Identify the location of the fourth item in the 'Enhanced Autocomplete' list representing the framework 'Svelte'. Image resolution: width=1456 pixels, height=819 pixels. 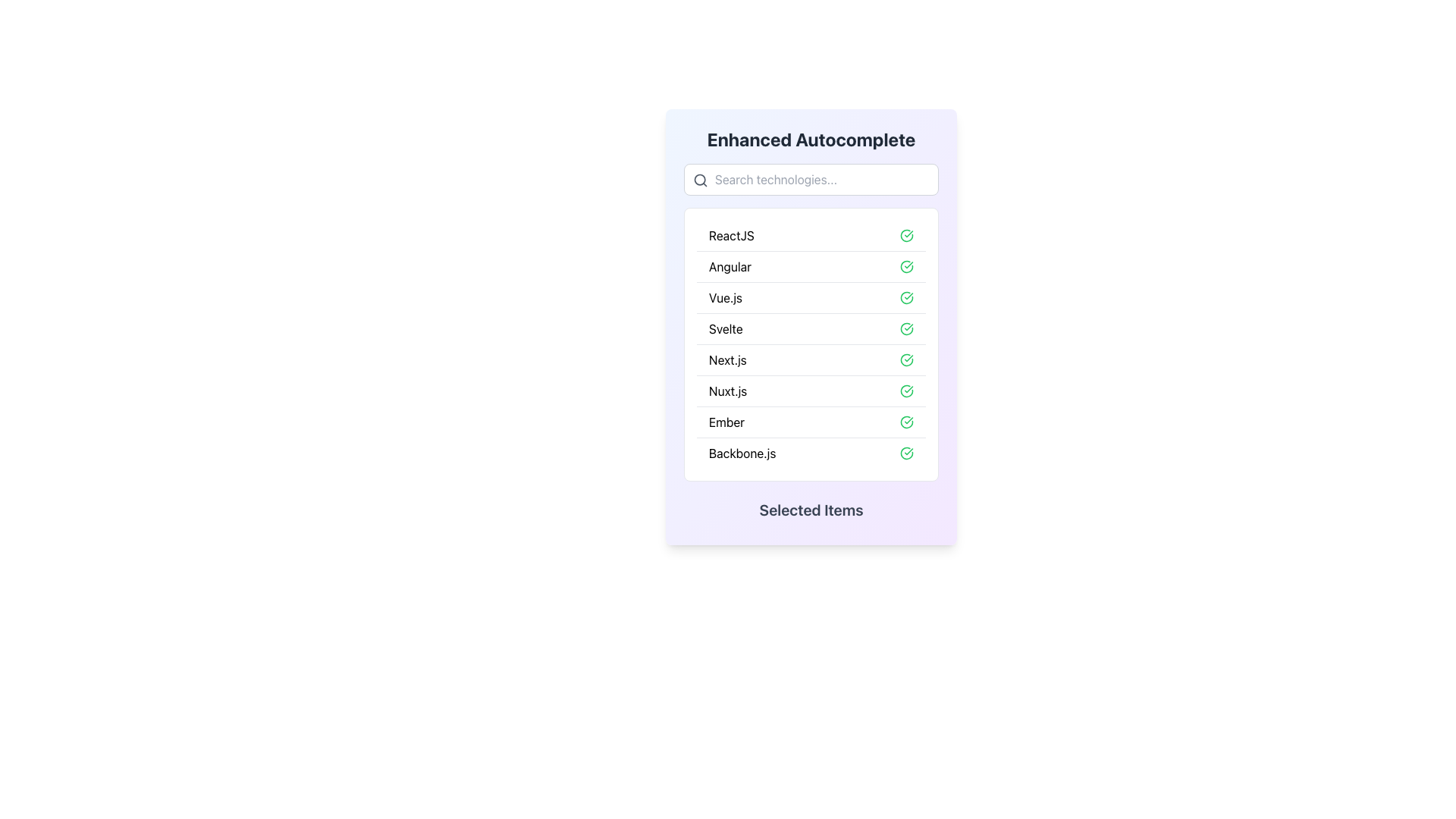
(811, 327).